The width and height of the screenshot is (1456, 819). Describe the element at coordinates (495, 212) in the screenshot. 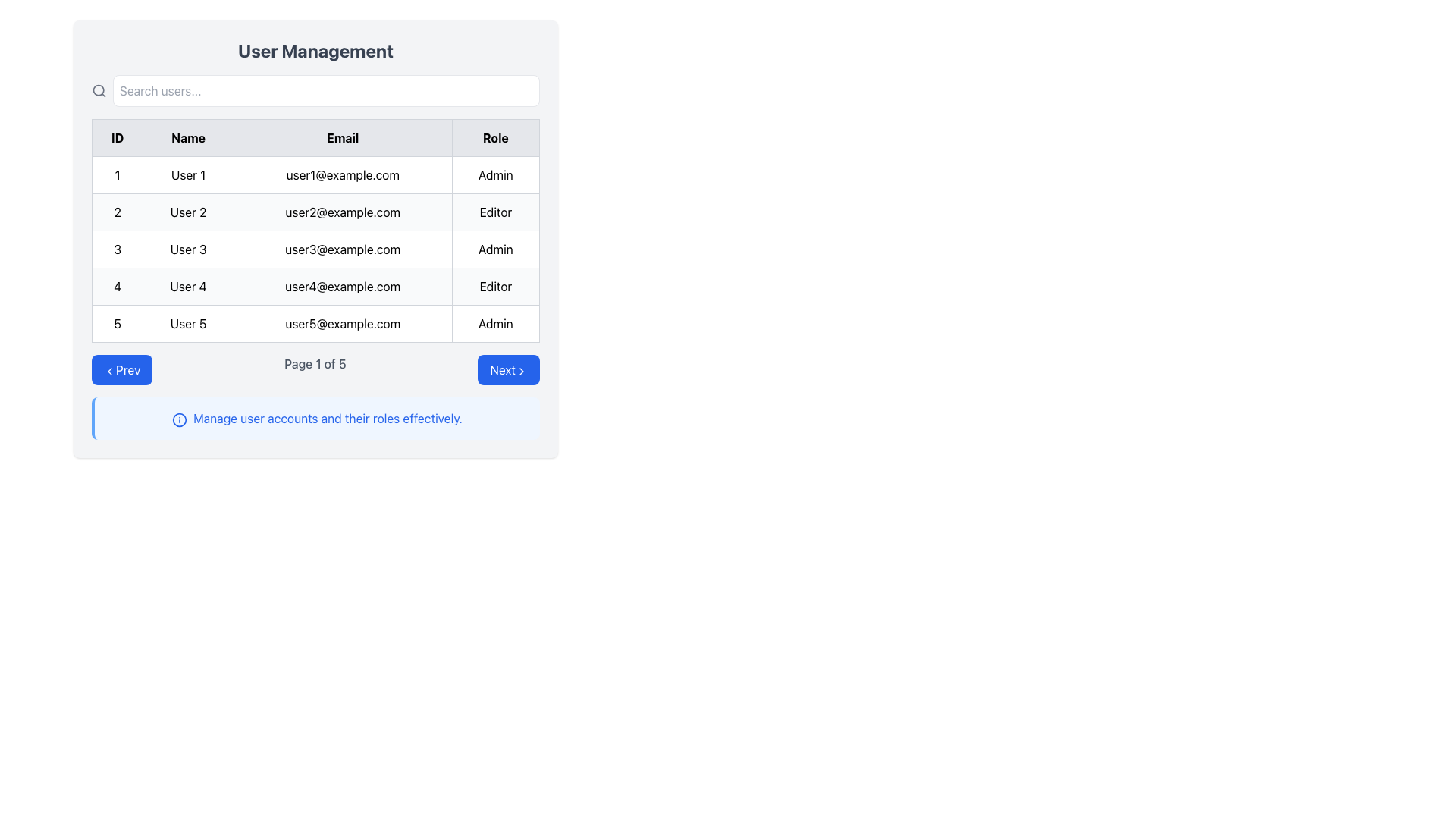

I see `text displayed in the Static Text Label element that shows 'Editor', which is positioned in the 'Role' column for 'User 2' under 'user2@example.com'` at that location.